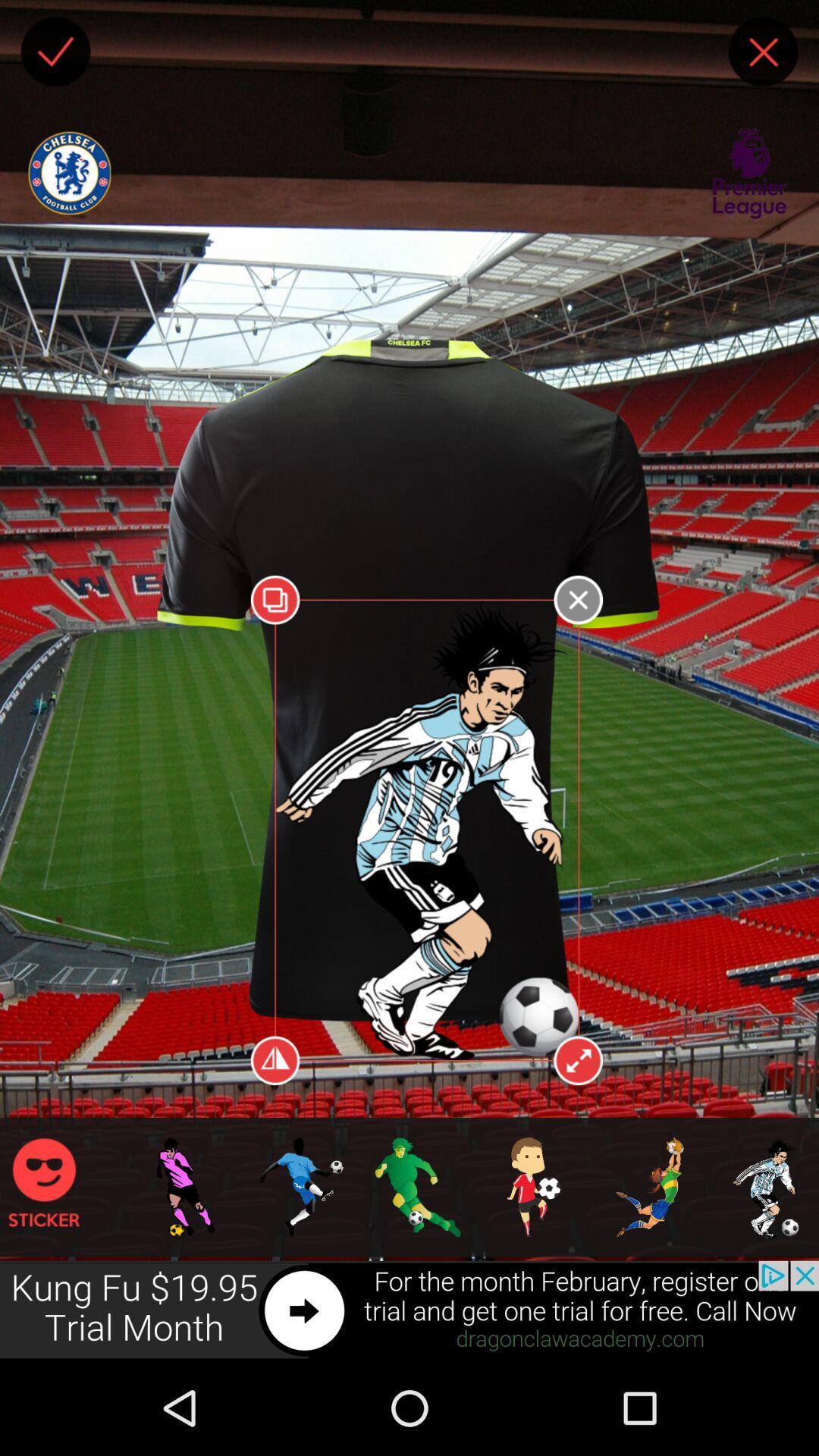 This screenshot has height=1456, width=819. I want to click on the close icon, so click(763, 55).